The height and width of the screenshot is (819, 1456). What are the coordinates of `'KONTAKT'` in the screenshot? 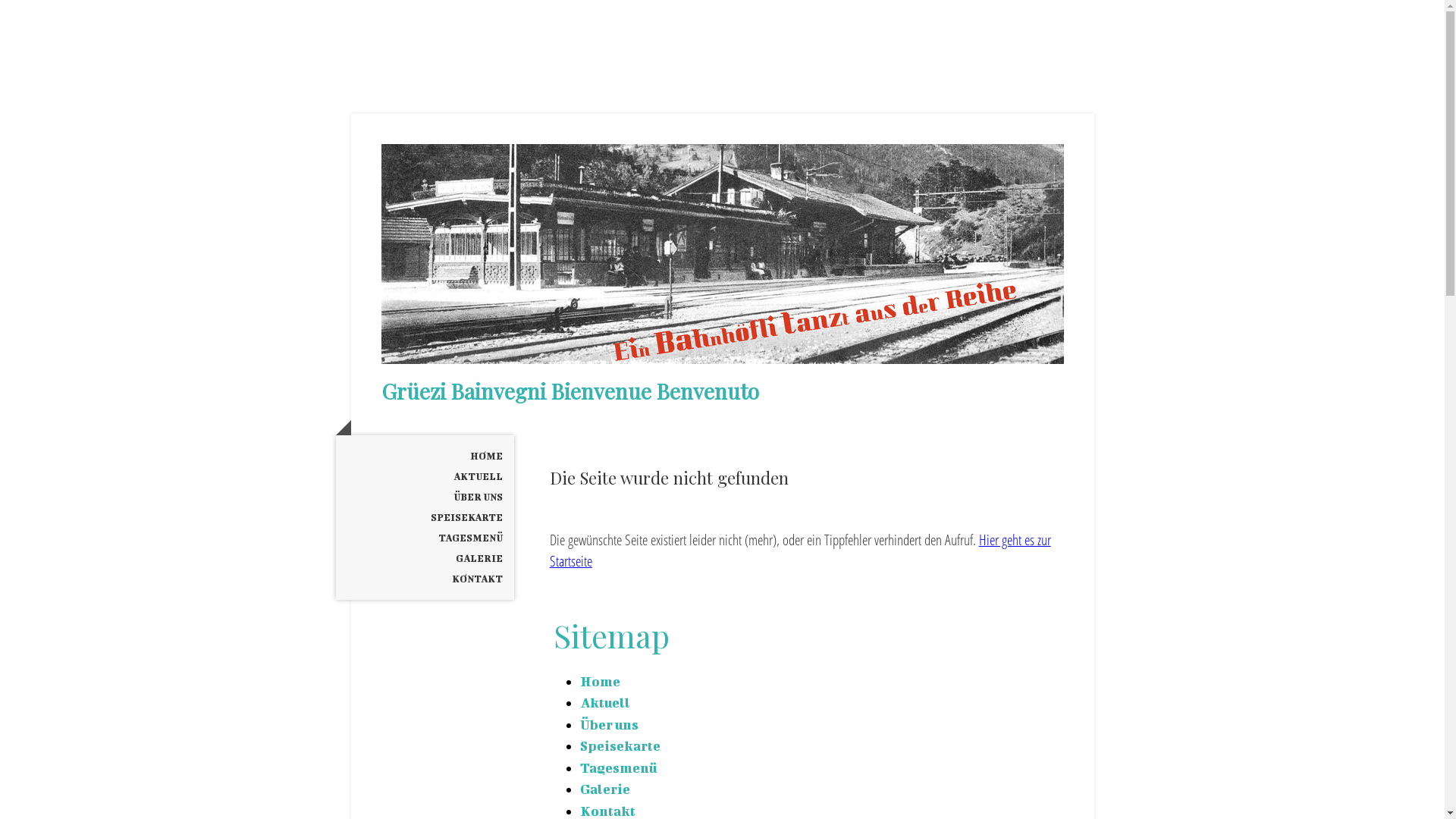 It's located at (424, 579).